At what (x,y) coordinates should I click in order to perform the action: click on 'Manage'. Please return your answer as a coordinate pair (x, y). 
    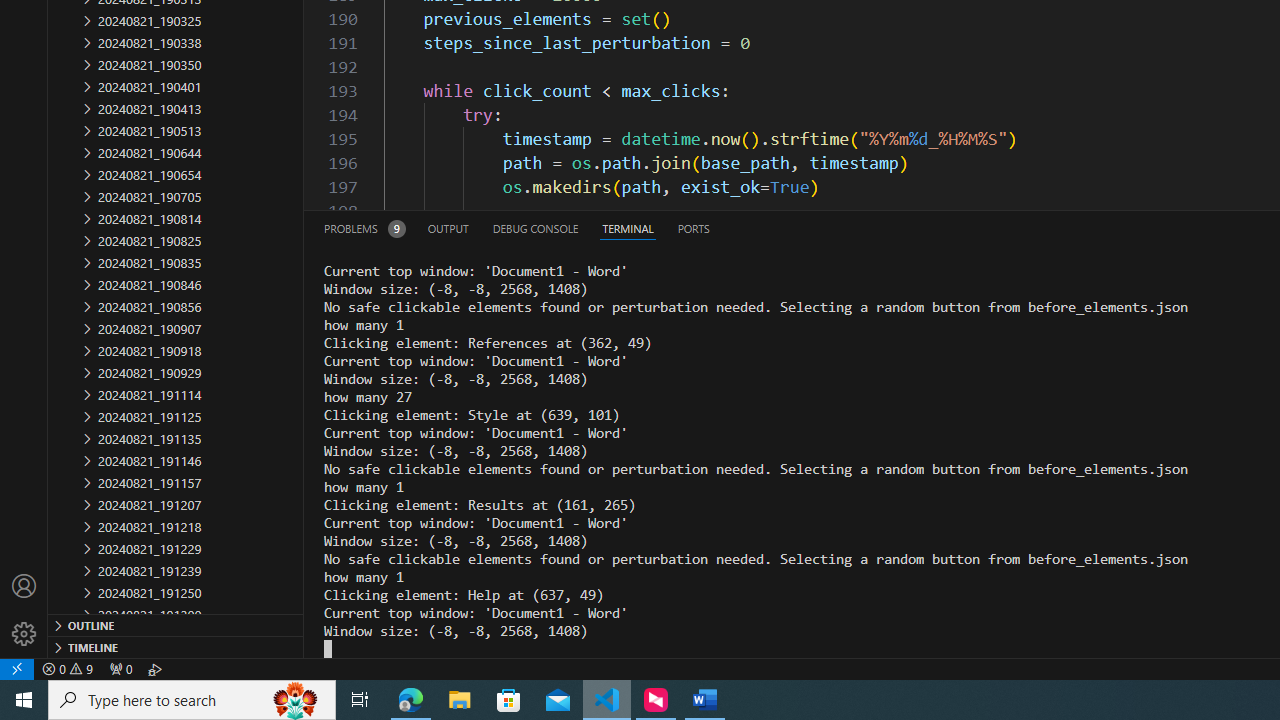
    Looking at the image, I should click on (24, 609).